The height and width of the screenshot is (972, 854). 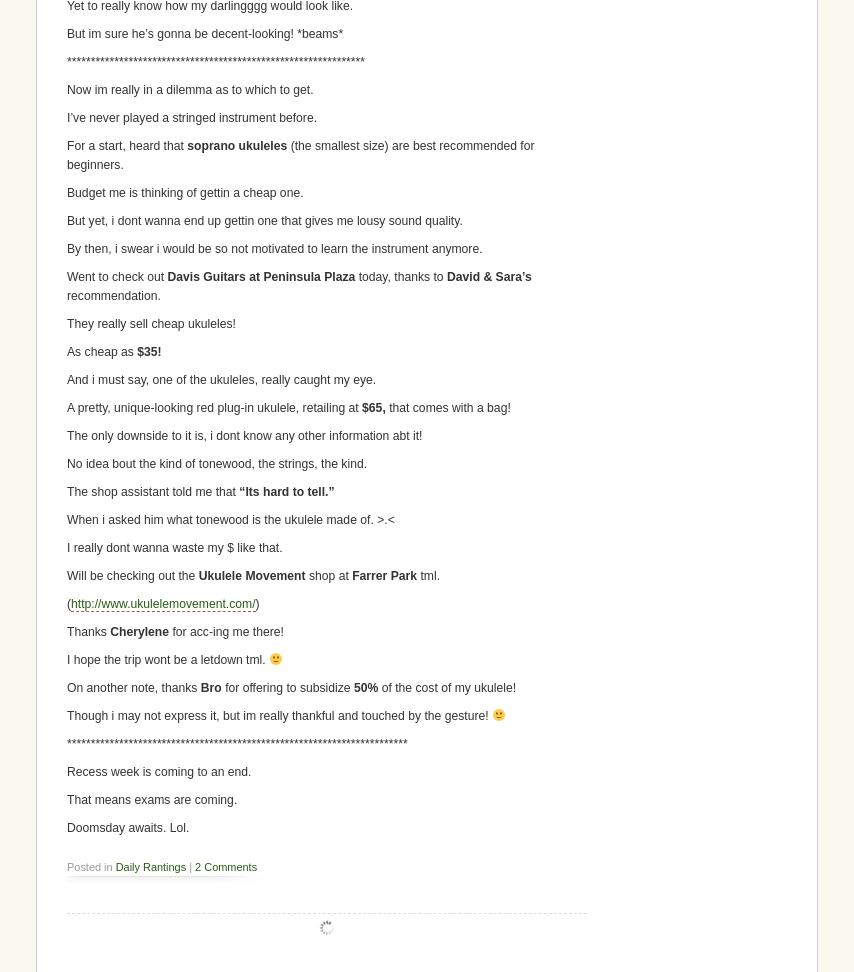 What do you see at coordinates (190, 116) in the screenshot?
I see `'I’ve never played a stringed instrument before.'` at bounding box center [190, 116].